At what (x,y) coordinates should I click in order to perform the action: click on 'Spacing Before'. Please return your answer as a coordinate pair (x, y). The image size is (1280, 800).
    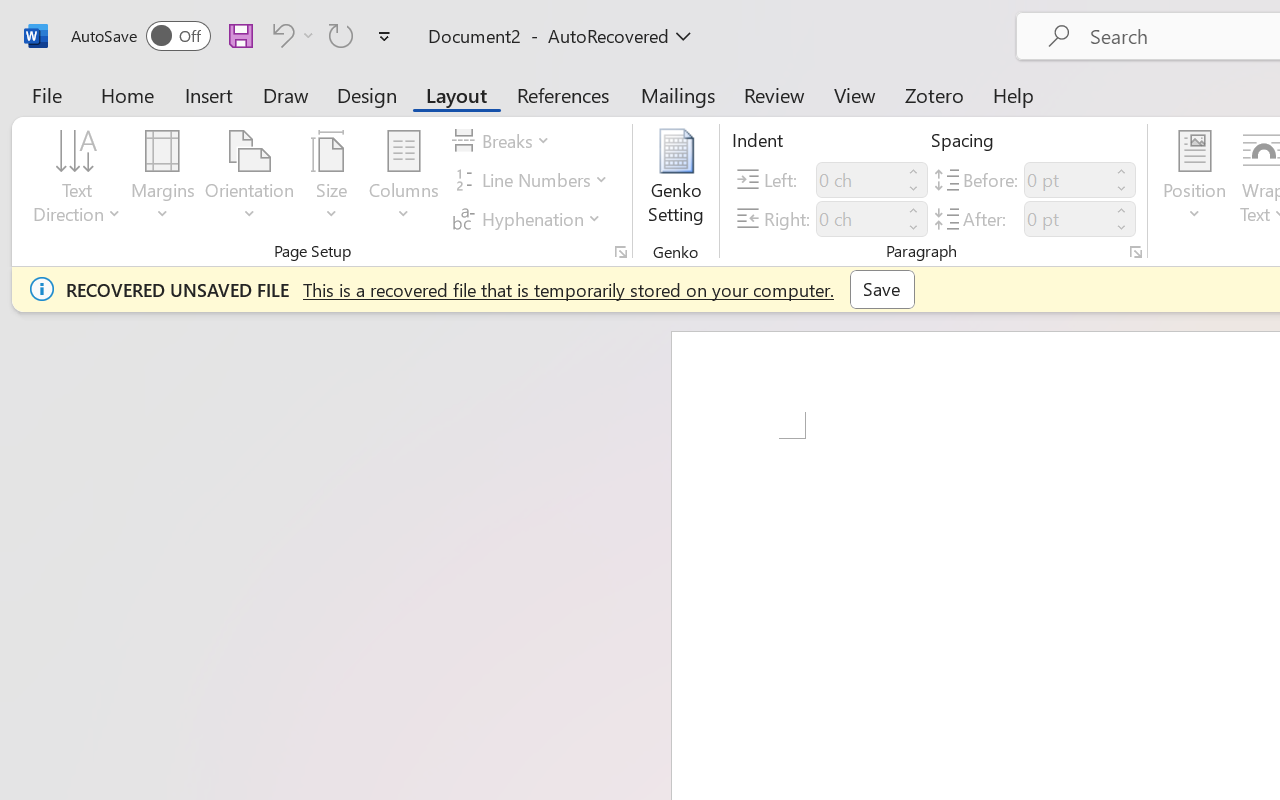
    Looking at the image, I should click on (1065, 178).